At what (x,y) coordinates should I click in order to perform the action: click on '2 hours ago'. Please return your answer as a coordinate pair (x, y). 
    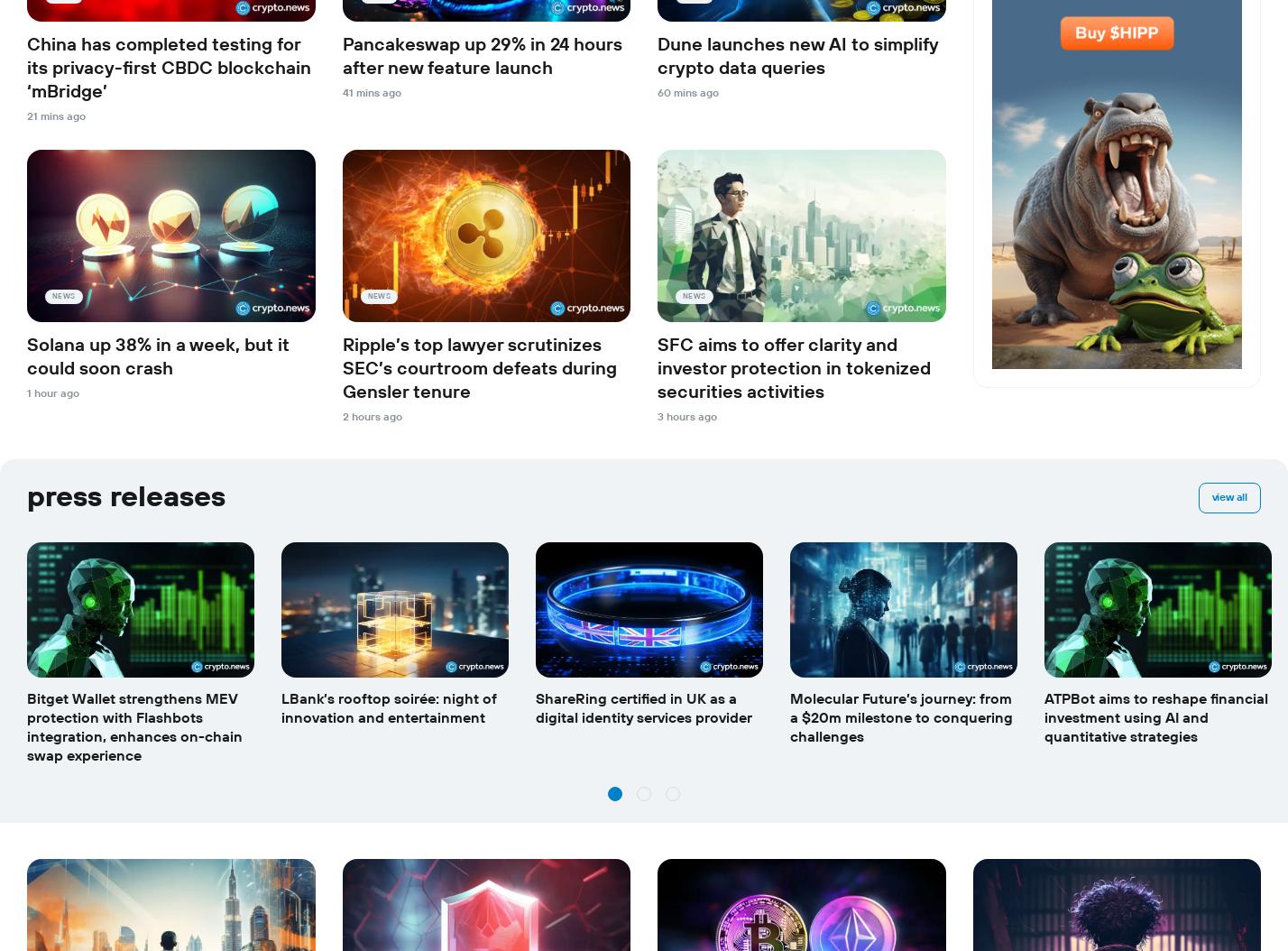
    Looking at the image, I should click on (370, 416).